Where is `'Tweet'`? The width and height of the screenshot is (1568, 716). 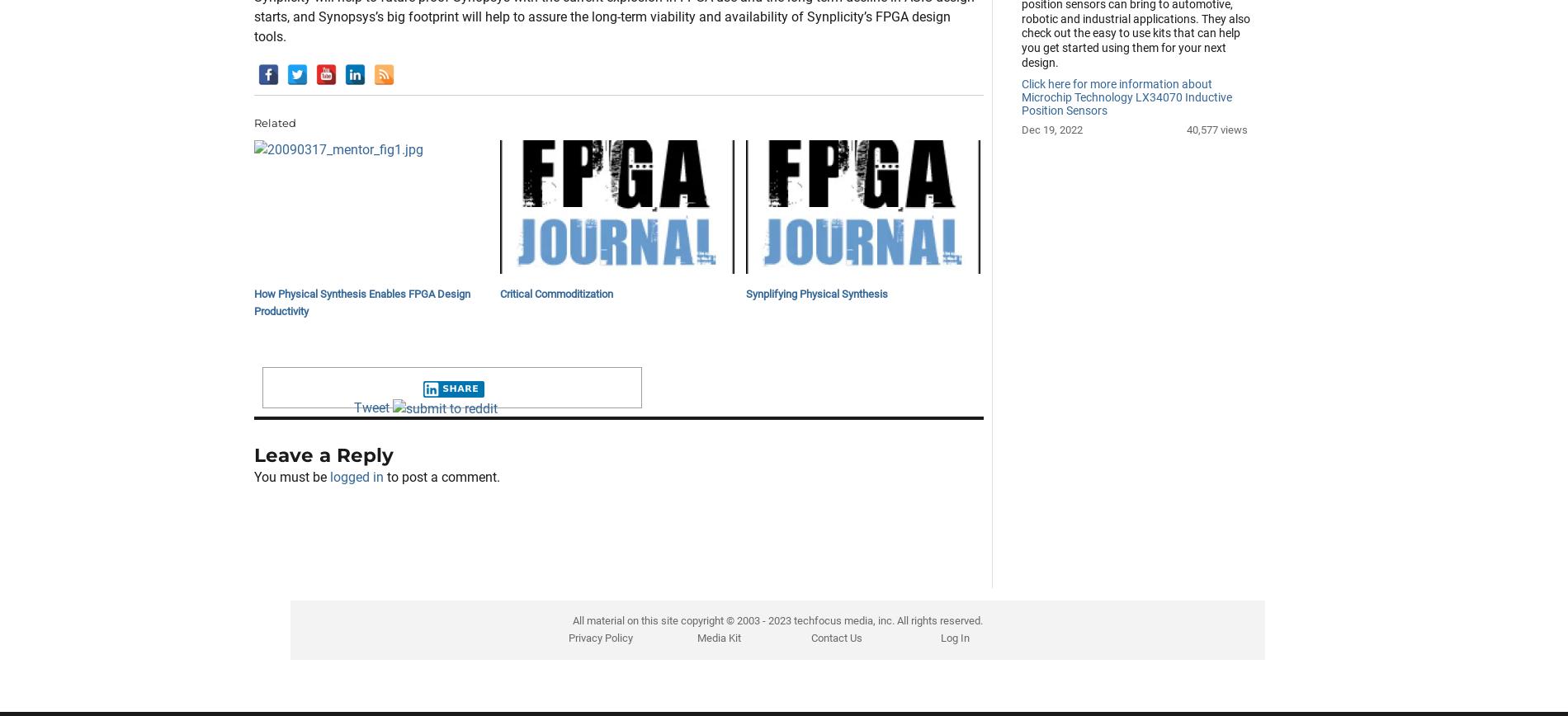 'Tweet' is located at coordinates (370, 490).